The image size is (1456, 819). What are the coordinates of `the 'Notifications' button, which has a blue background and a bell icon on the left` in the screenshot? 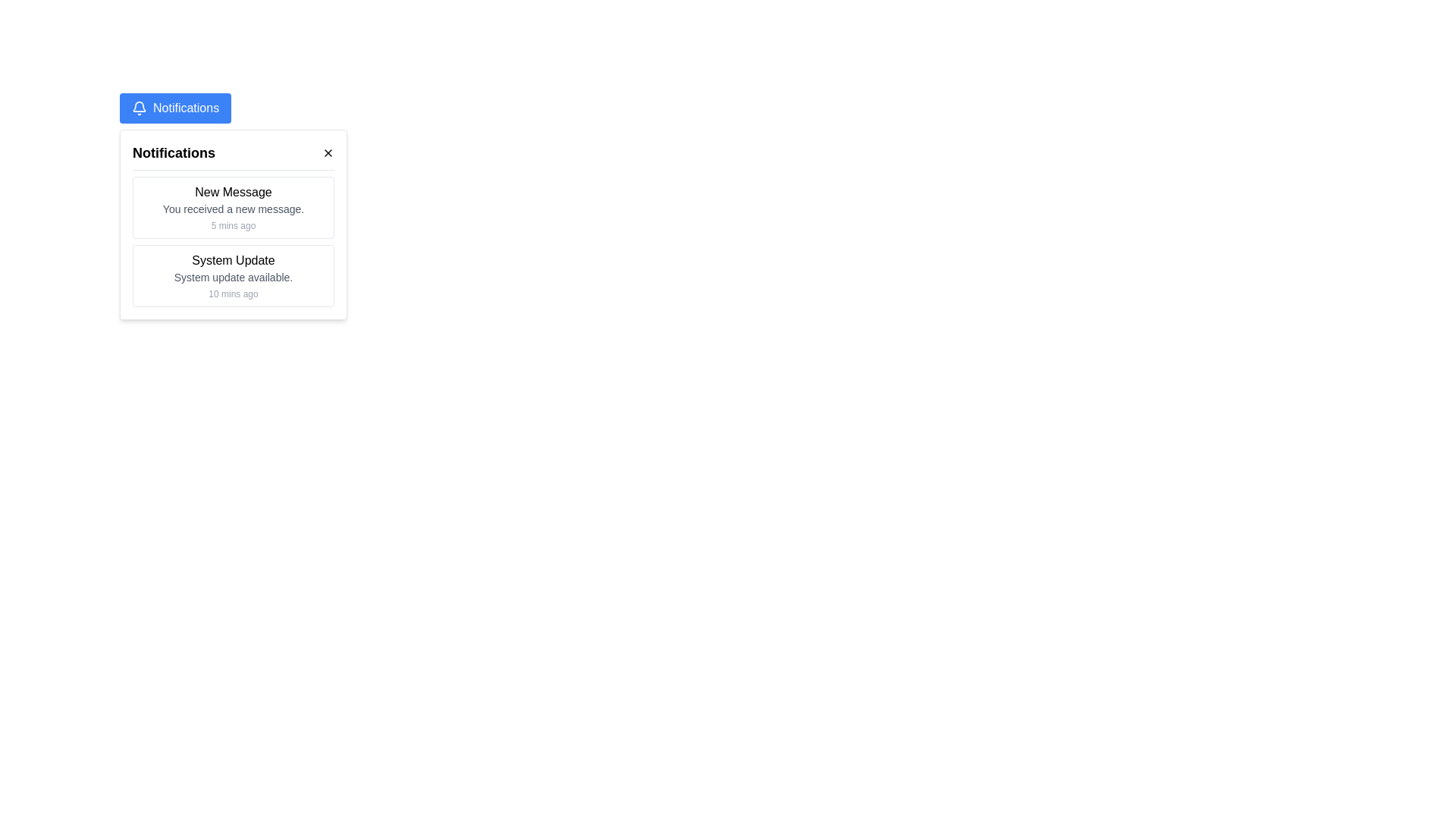 It's located at (175, 107).